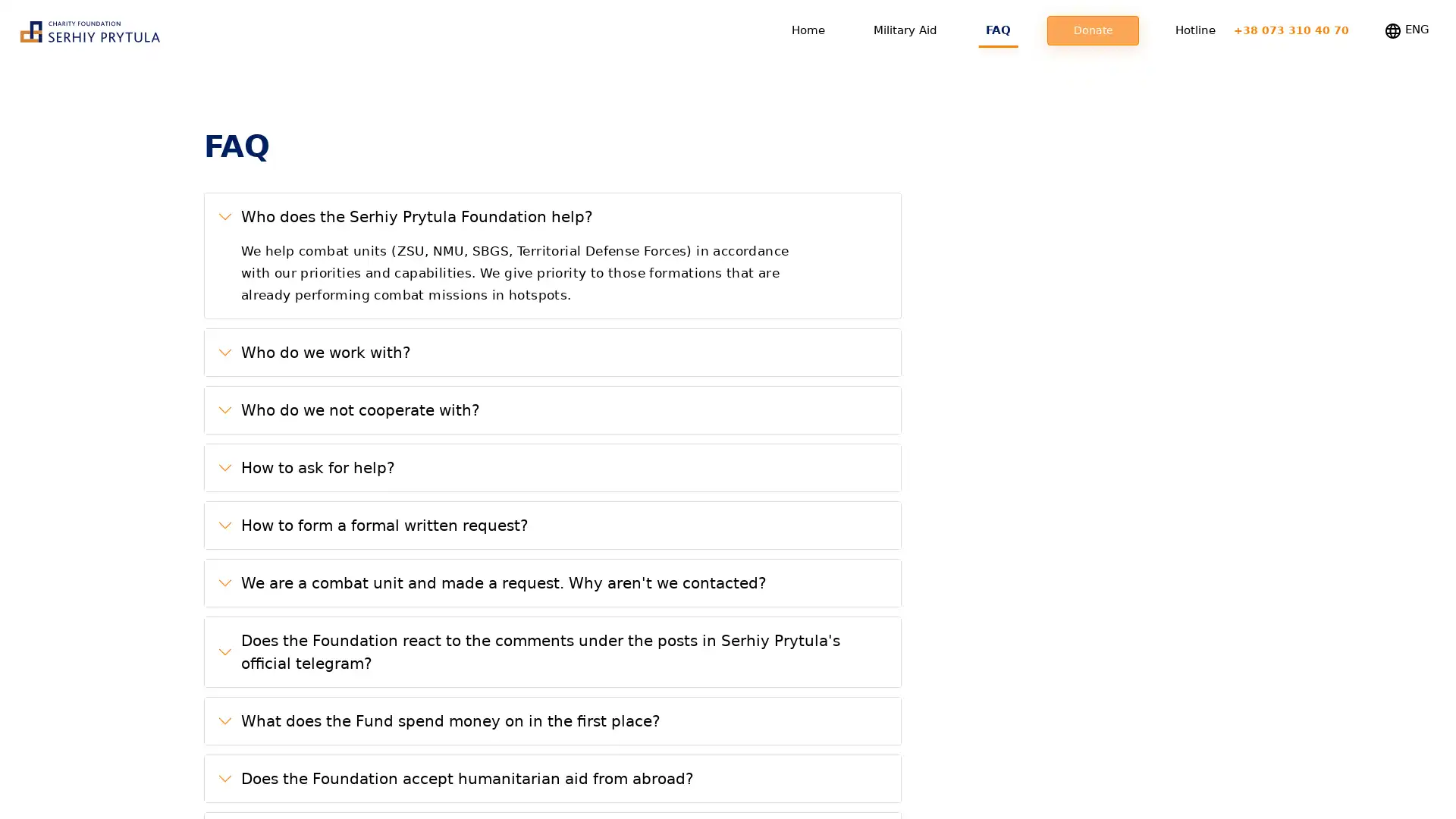 The image size is (1456, 819). Describe the element at coordinates (551, 582) in the screenshot. I see `We are a combat unit and made a request. Why aren't we contacted?` at that location.